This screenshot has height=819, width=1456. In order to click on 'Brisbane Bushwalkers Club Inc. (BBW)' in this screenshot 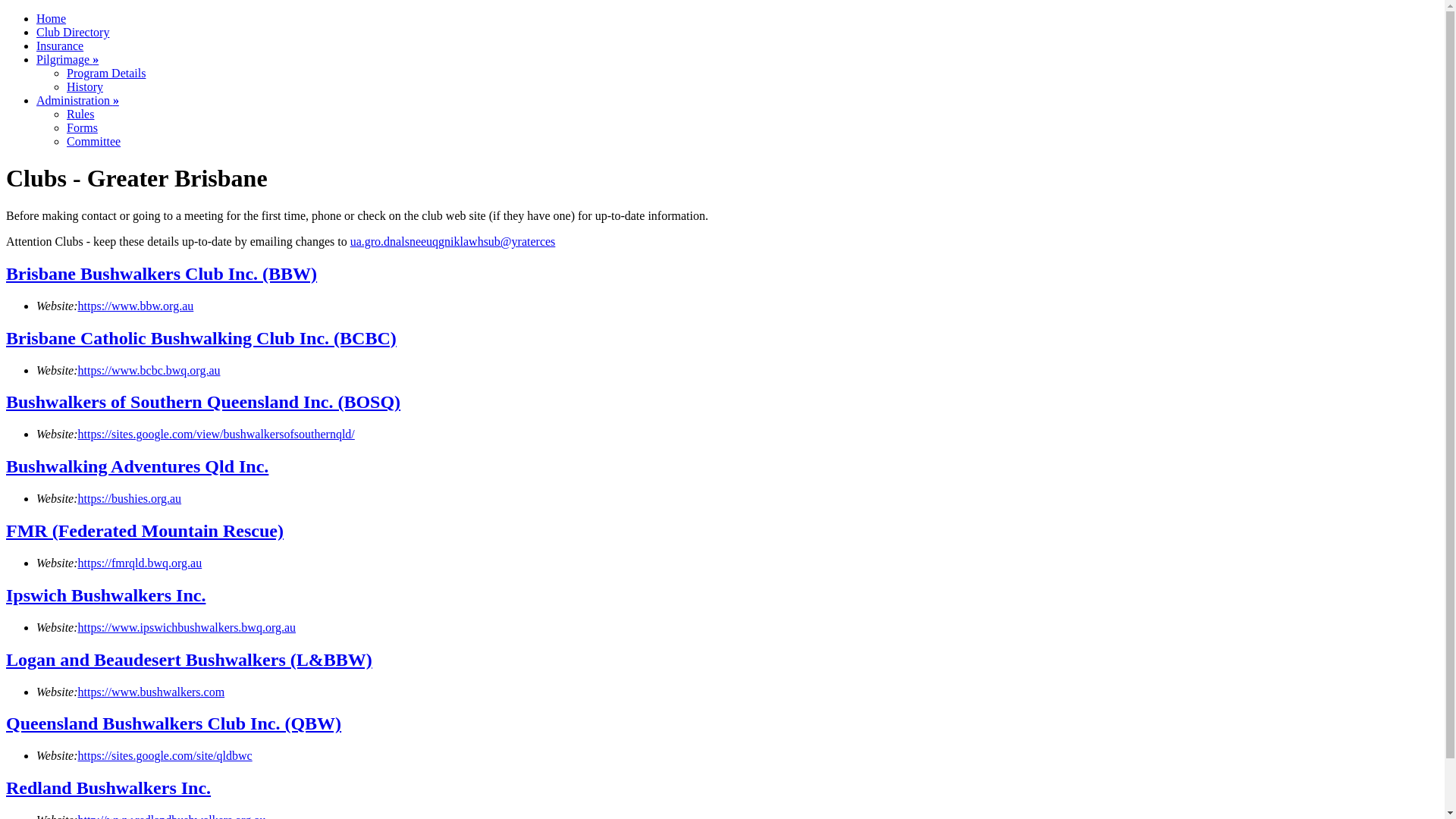, I will do `click(6, 274)`.